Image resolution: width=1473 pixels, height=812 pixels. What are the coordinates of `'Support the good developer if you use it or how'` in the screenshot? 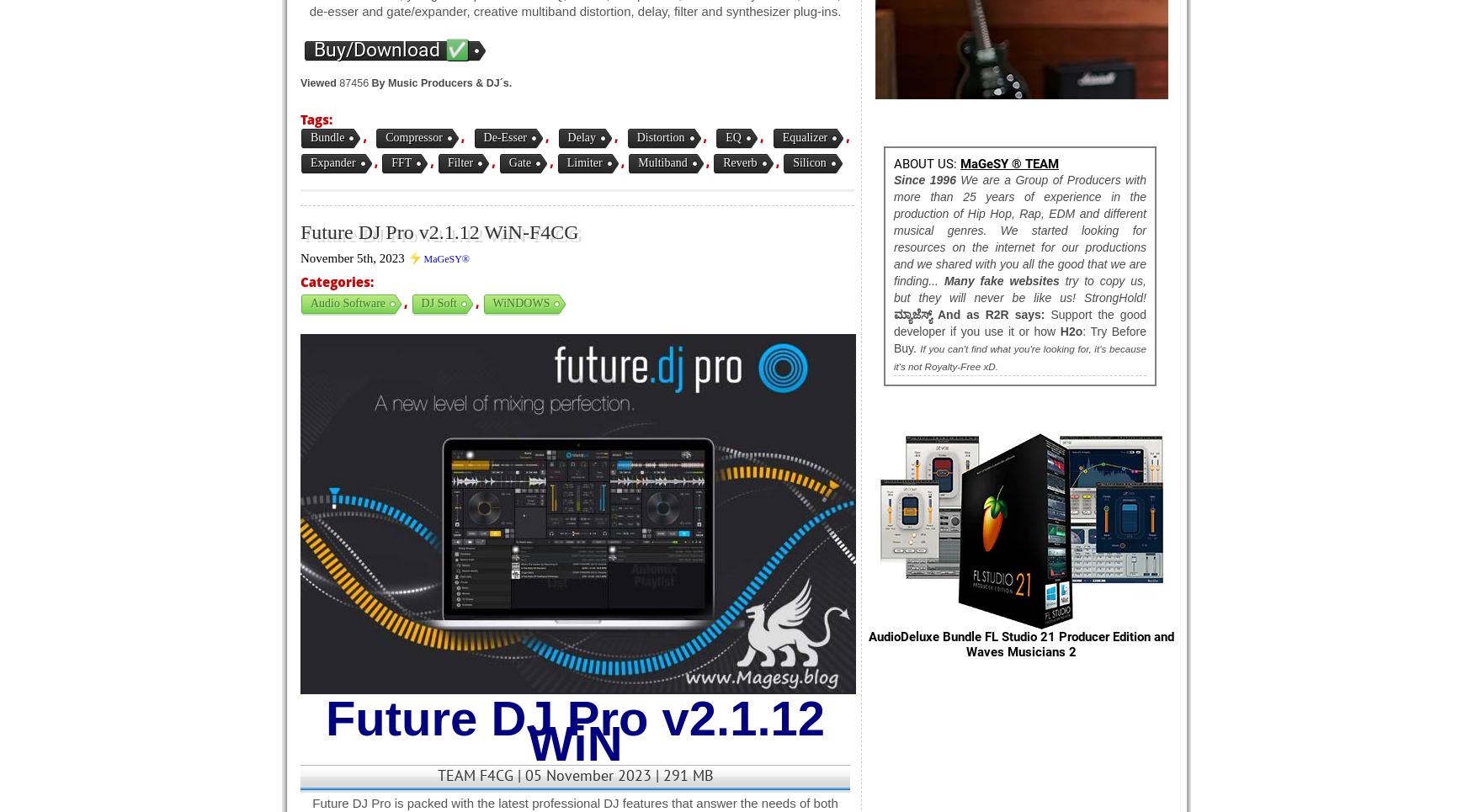 It's located at (1020, 321).